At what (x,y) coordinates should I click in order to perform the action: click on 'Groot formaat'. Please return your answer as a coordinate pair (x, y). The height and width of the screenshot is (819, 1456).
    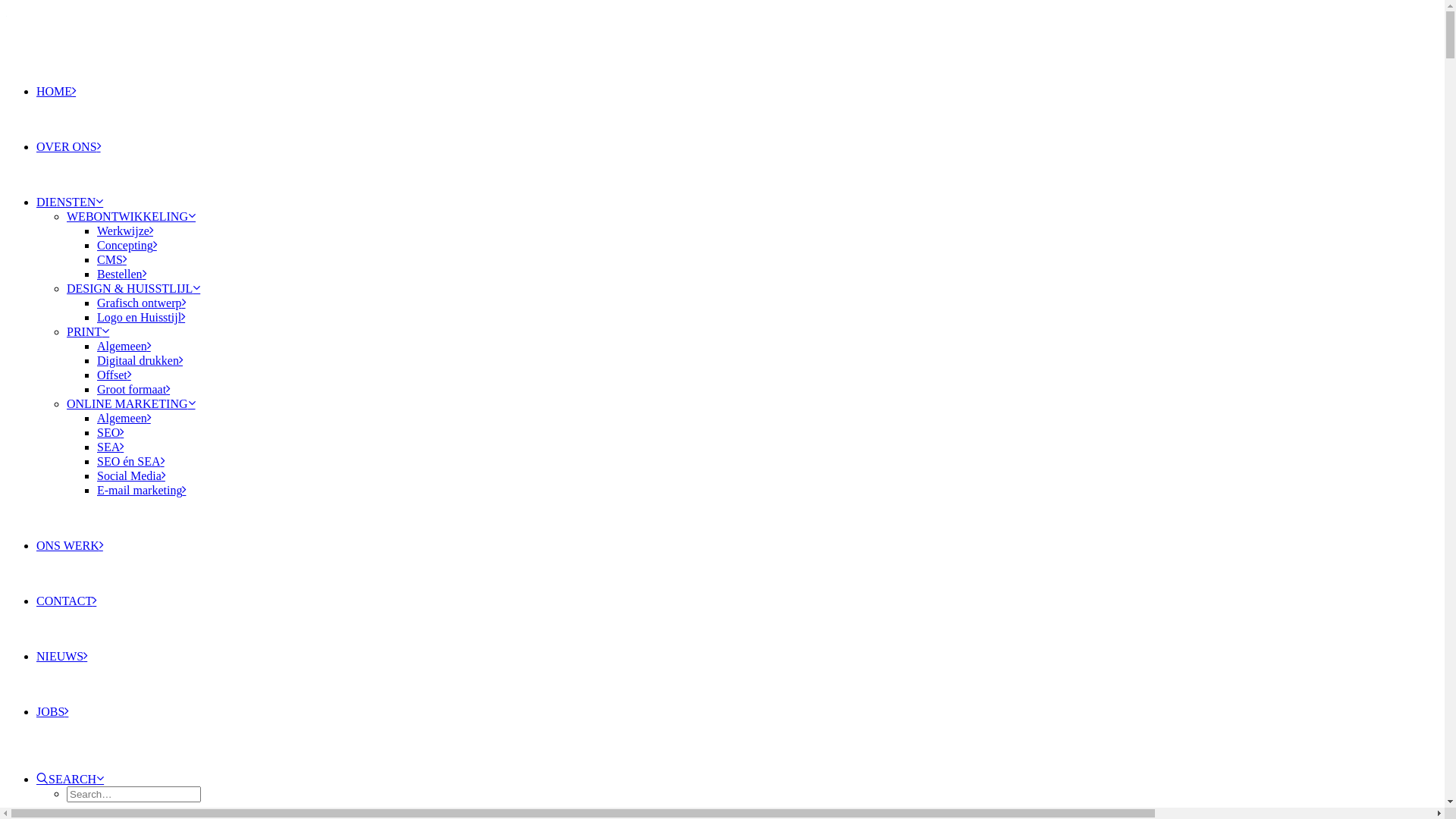
    Looking at the image, I should click on (96, 388).